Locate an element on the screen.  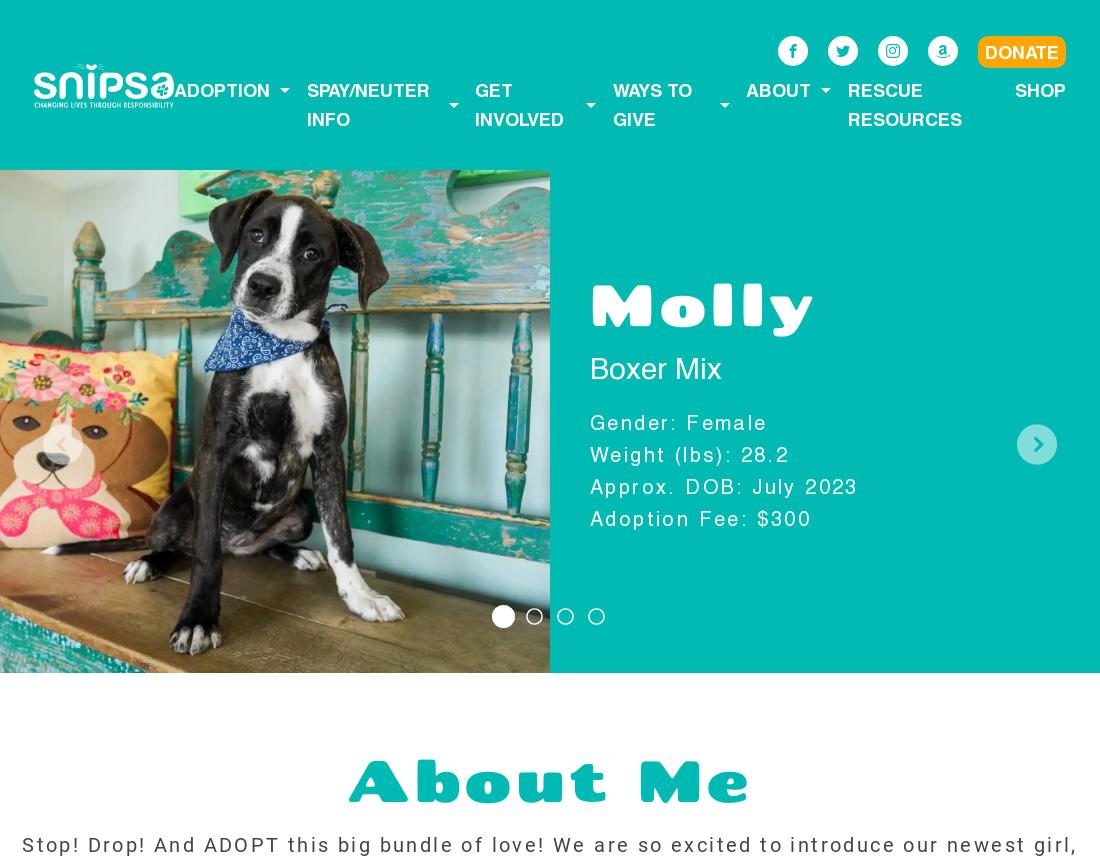
'Ways to give' is located at coordinates (651, 103).